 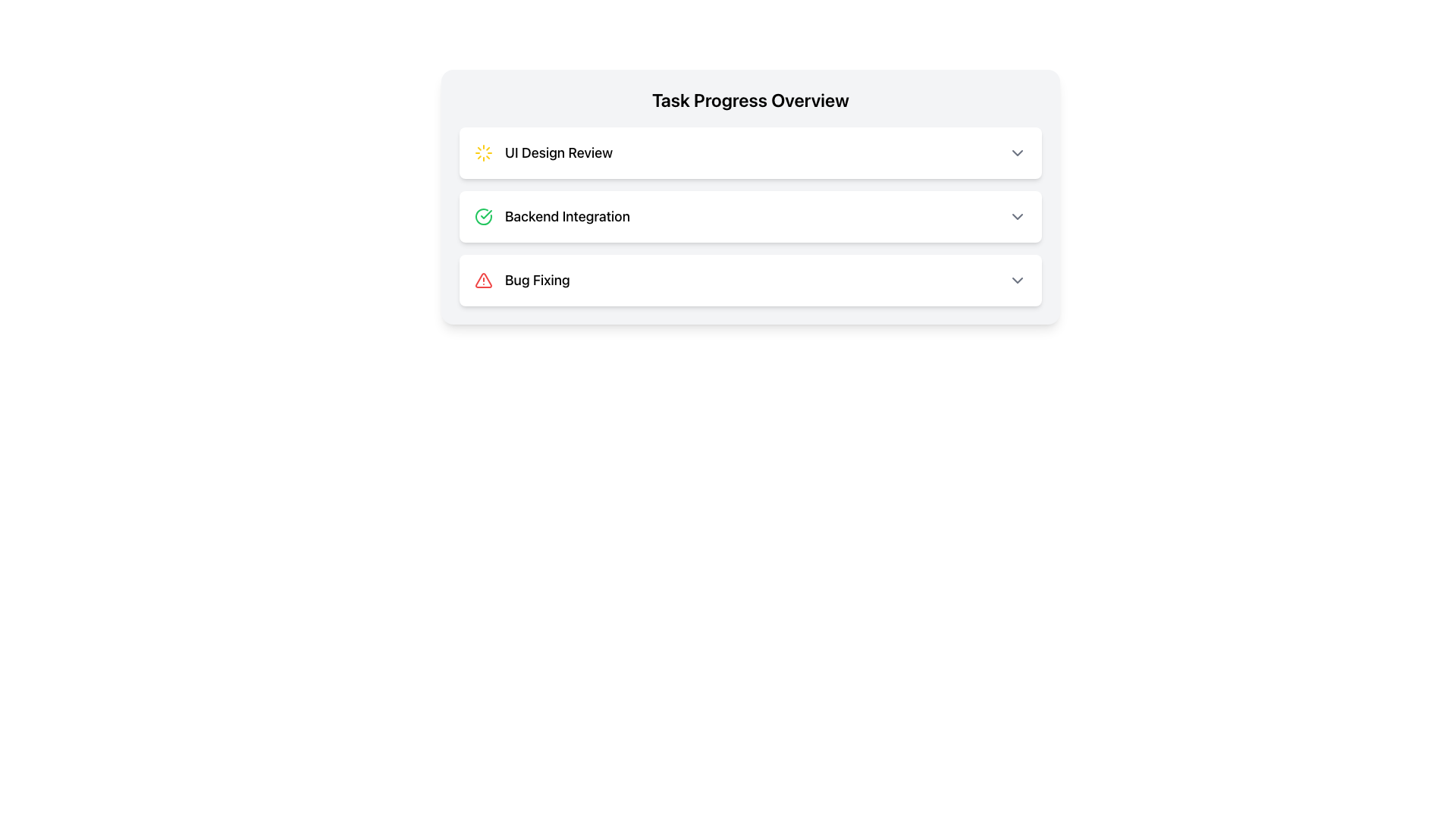 I want to click on the downward-pointing chevron icon (dropdown toggle) located at the far right of the 'Bug Fixing' row in the 'Task Progress Overview' list, so click(x=1018, y=281).